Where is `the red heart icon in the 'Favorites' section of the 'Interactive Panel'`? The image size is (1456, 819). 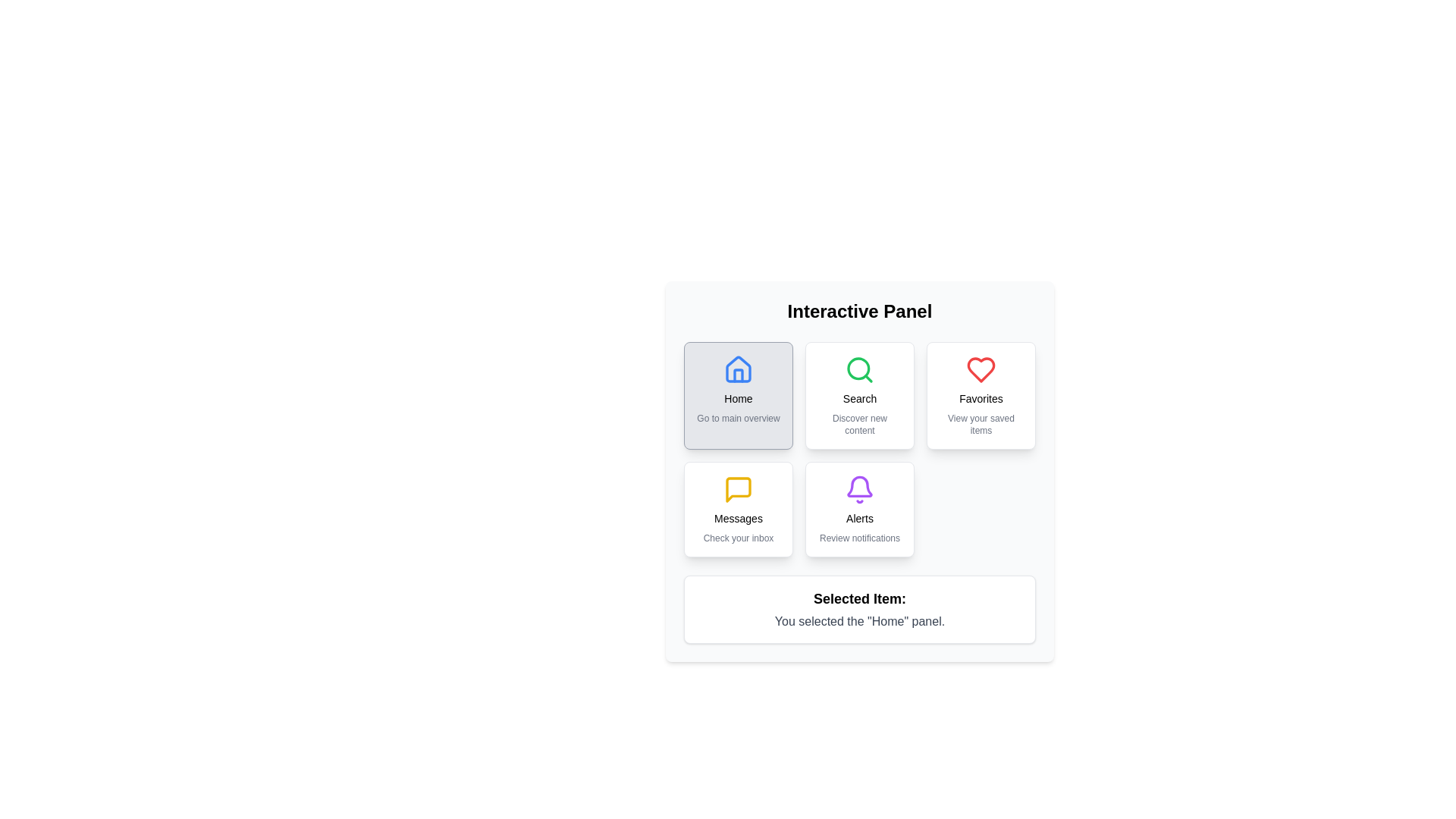 the red heart icon in the 'Favorites' section of the 'Interactive Panel' is located at coordinates (981, 370).